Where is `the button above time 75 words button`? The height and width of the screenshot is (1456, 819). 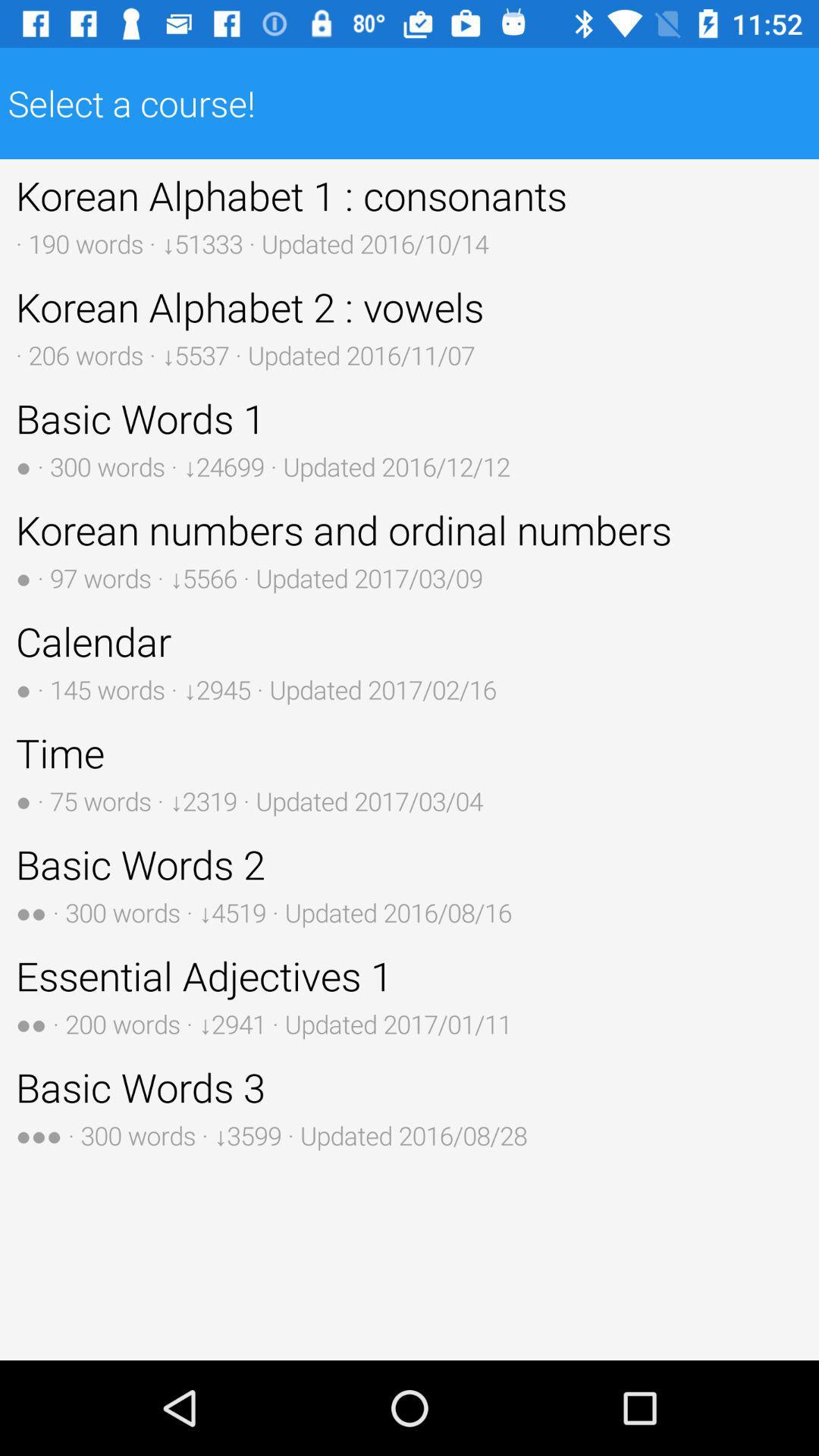 the button above time 75 words button is located at coordinates (409, 661).